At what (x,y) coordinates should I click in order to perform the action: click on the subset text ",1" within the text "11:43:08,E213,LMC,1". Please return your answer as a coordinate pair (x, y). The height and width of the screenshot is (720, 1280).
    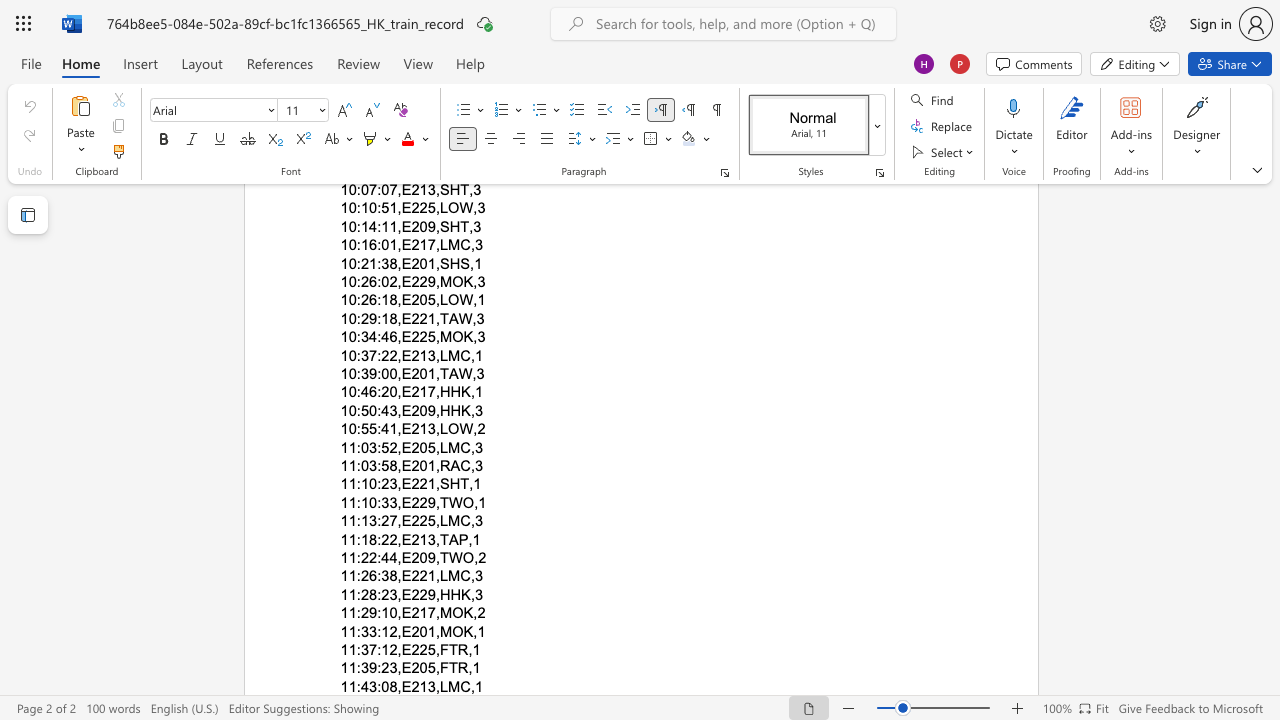
    Looking at the image, I should click on (469, 685).